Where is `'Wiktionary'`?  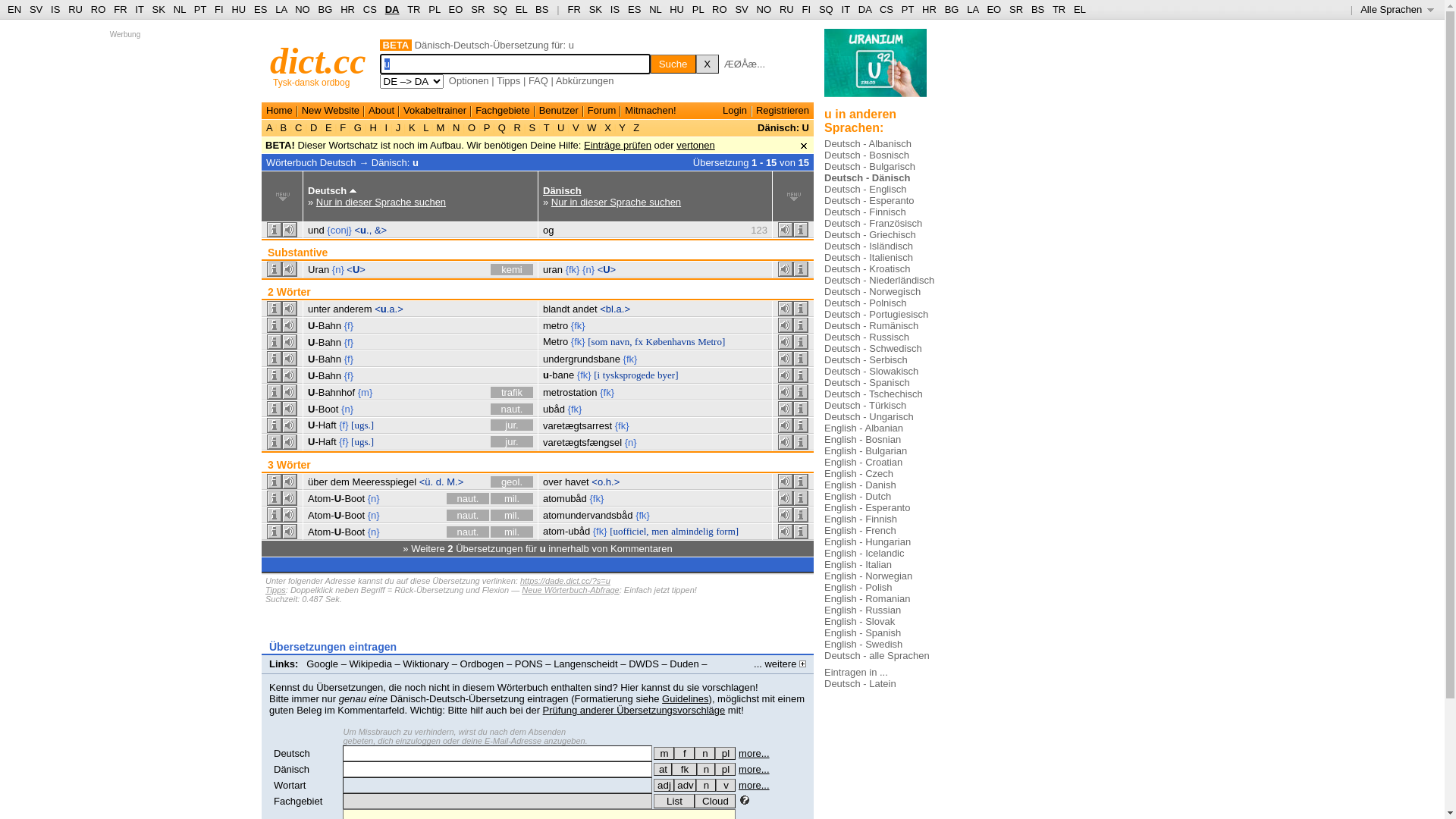 'Wiktionary' is located at coordinates (403, 663).